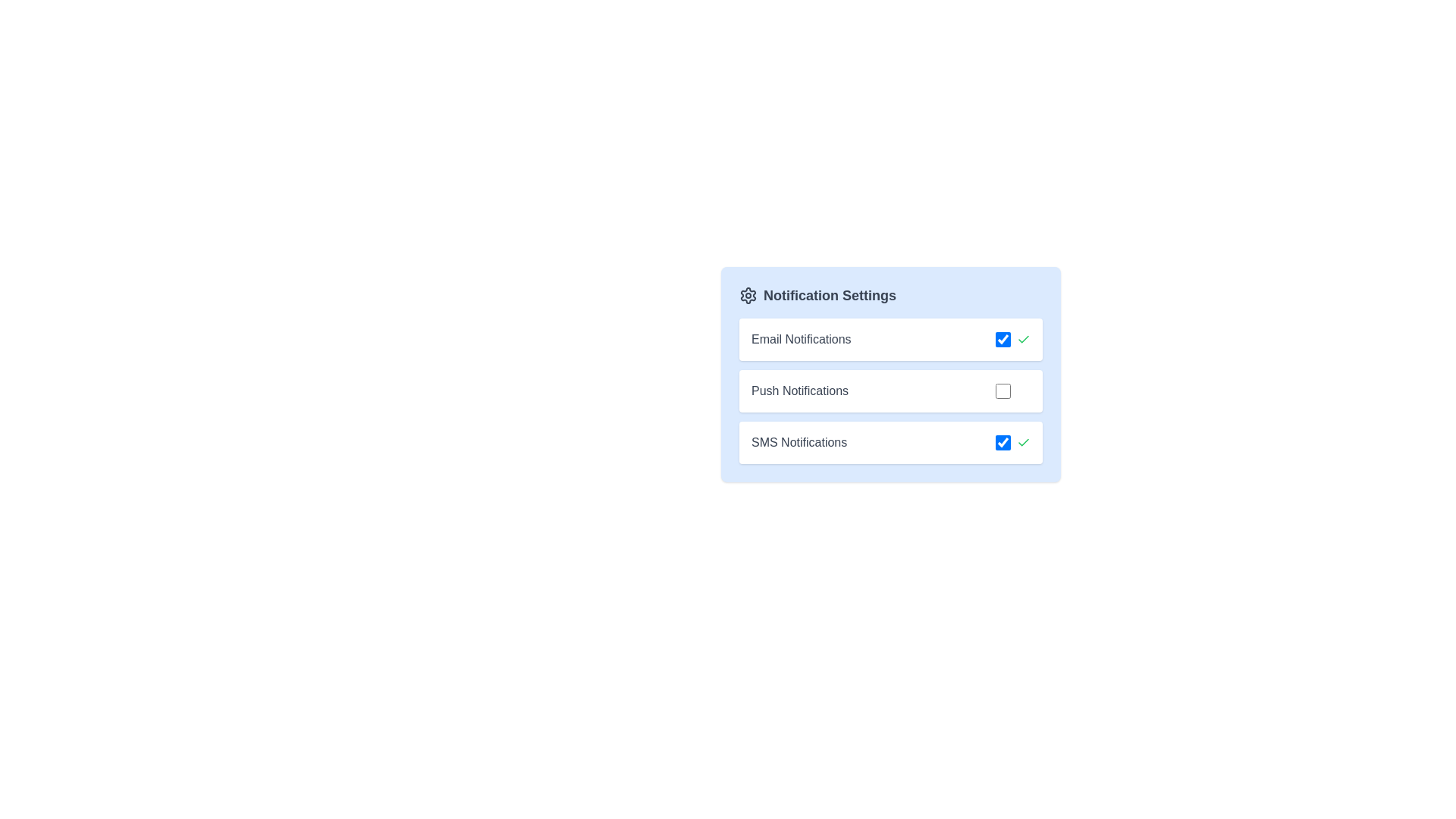  What do you see at coordinates (829, 295) in the screenshot?
I see `text label that serves as a header for the notification settings section, located at the top left of the settings options box, right of the settings icon` at bounding box center [829, 295].